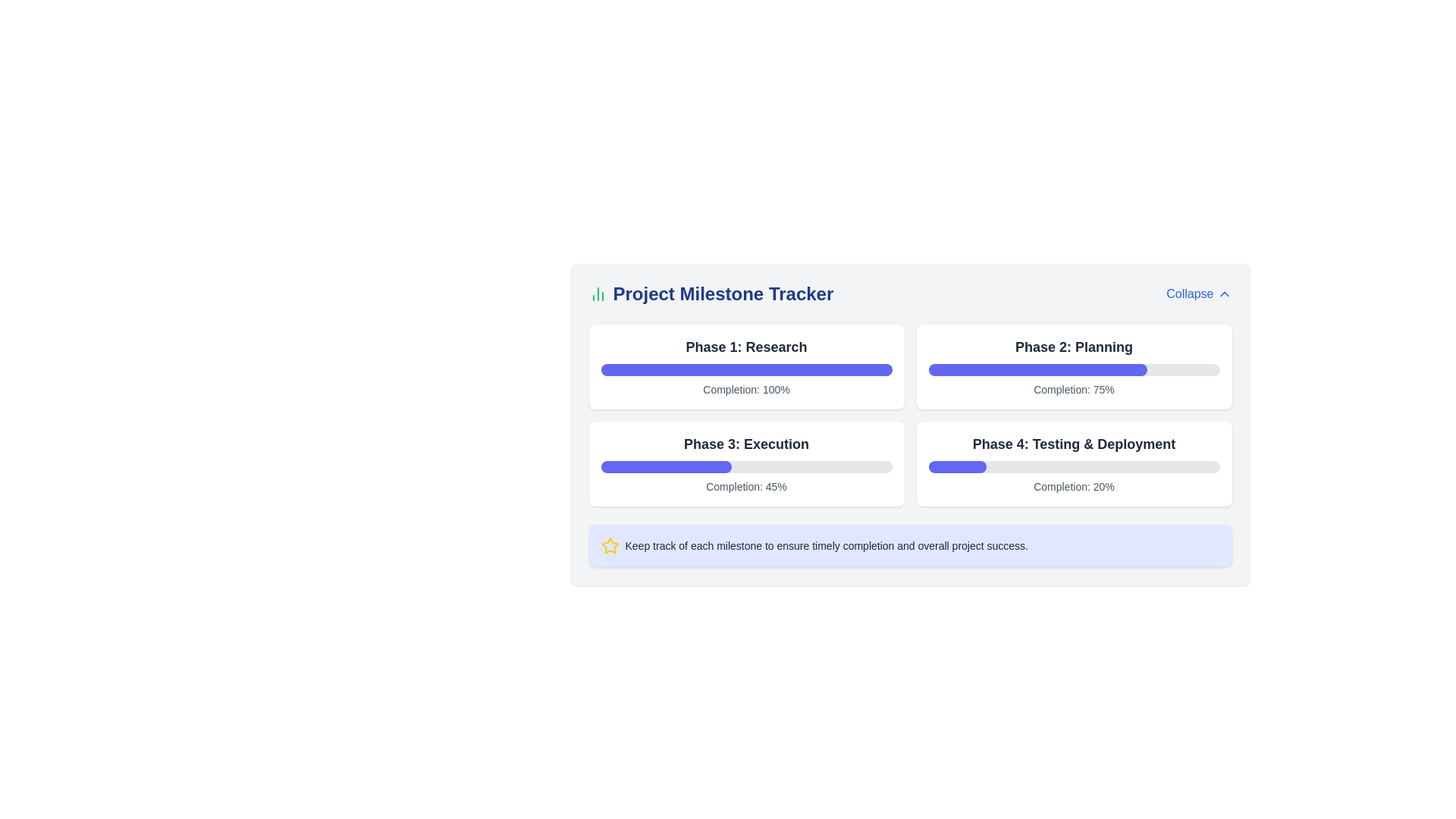 Image resolution: width=1456 pixels, height=819 pixels. Describe the element at coordinates (610, 544) in the screenshot. I see `the yellow outline star icon located in the footer of the milestone tracker interface, which represents a rating or emphasis symbol` at that location.